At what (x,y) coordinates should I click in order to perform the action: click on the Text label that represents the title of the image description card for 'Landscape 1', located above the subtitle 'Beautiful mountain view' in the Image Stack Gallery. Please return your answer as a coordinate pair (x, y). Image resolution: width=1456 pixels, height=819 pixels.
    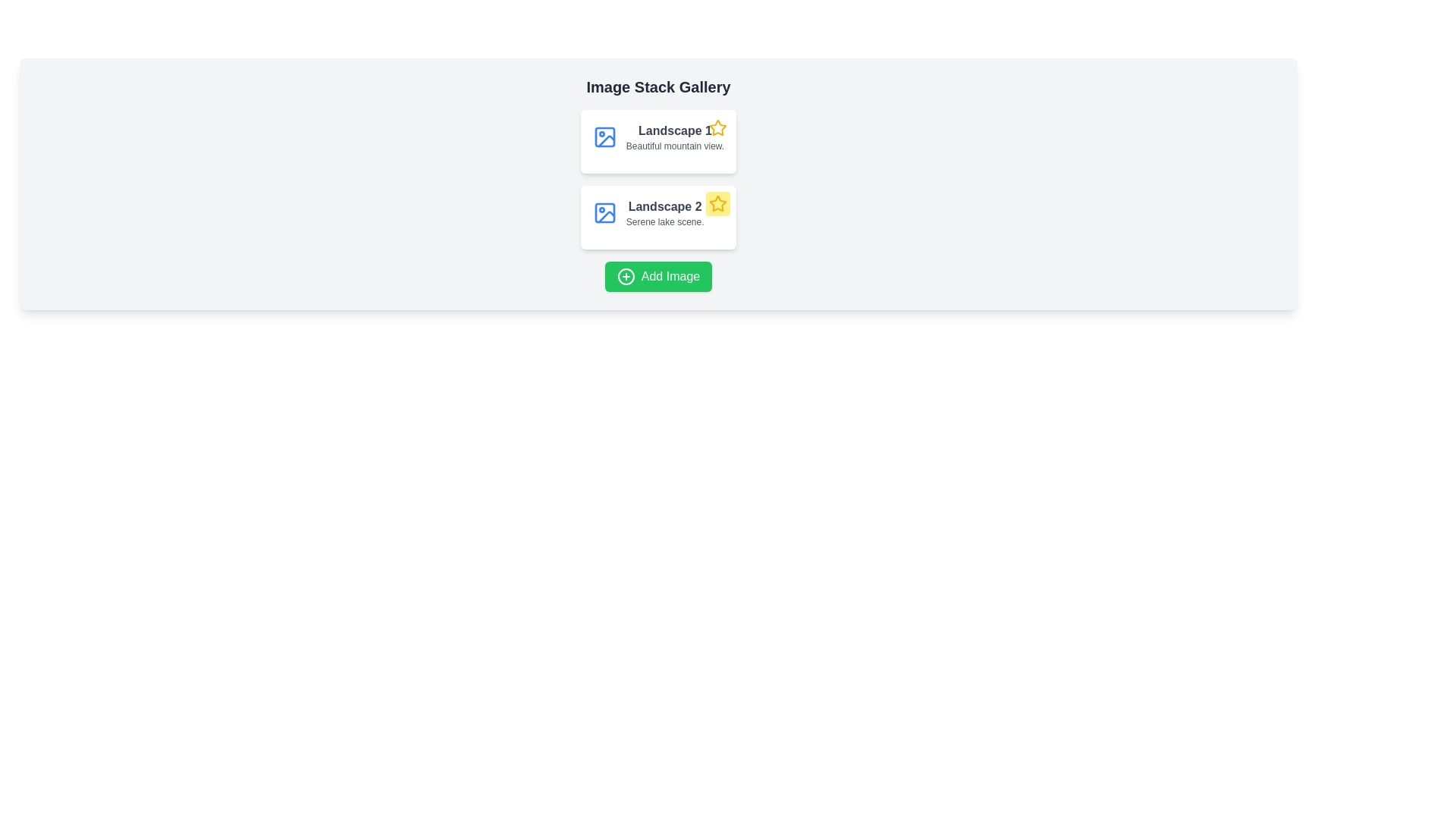
    Looking at the image, I should click on (674, 130).